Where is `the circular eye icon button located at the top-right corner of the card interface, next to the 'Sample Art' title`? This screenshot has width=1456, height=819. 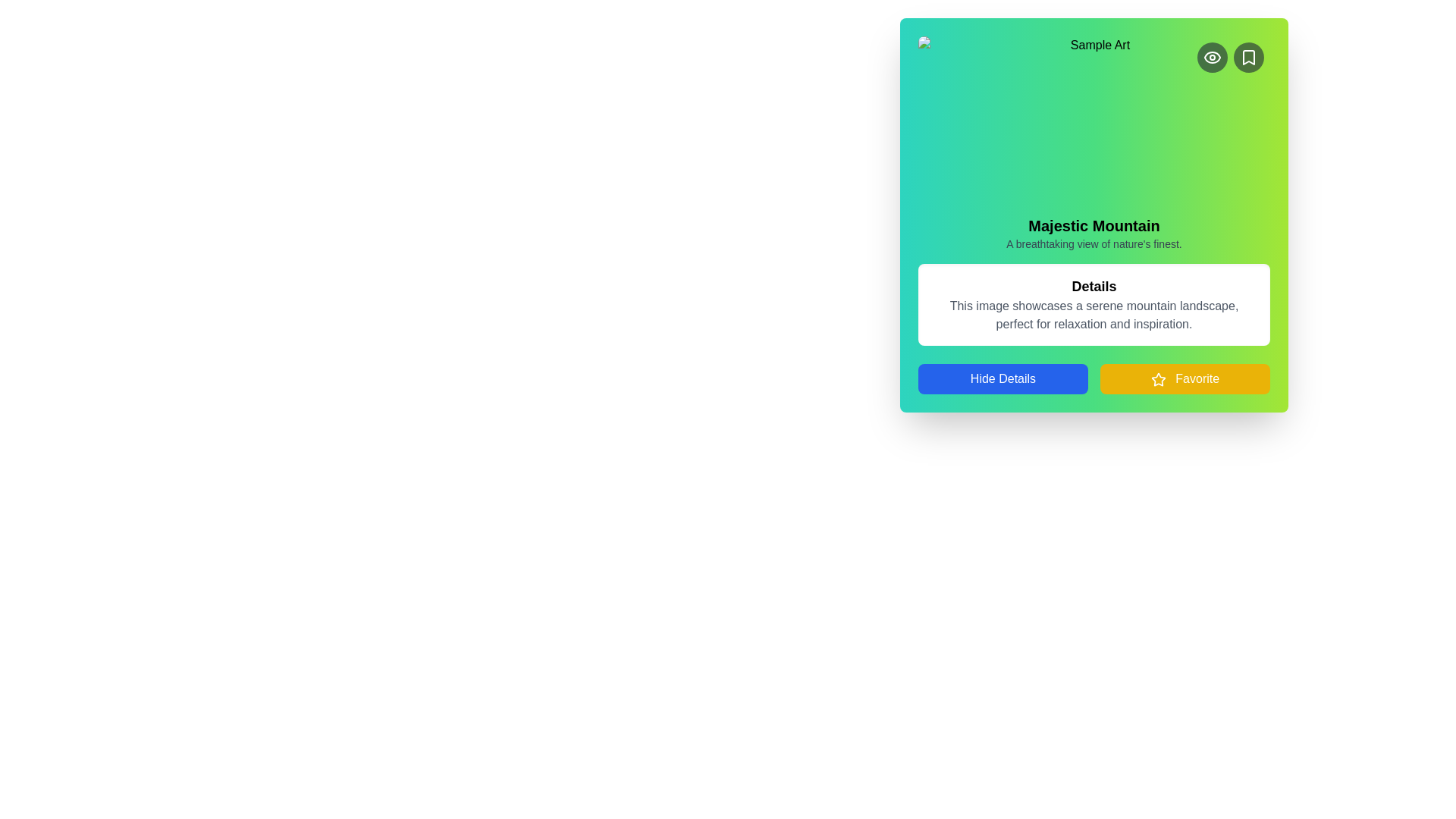 the circular eye icon button located at the top-right corner of the card interface, next to the 'Sample Art' title is located at coordinates (1211, 57).